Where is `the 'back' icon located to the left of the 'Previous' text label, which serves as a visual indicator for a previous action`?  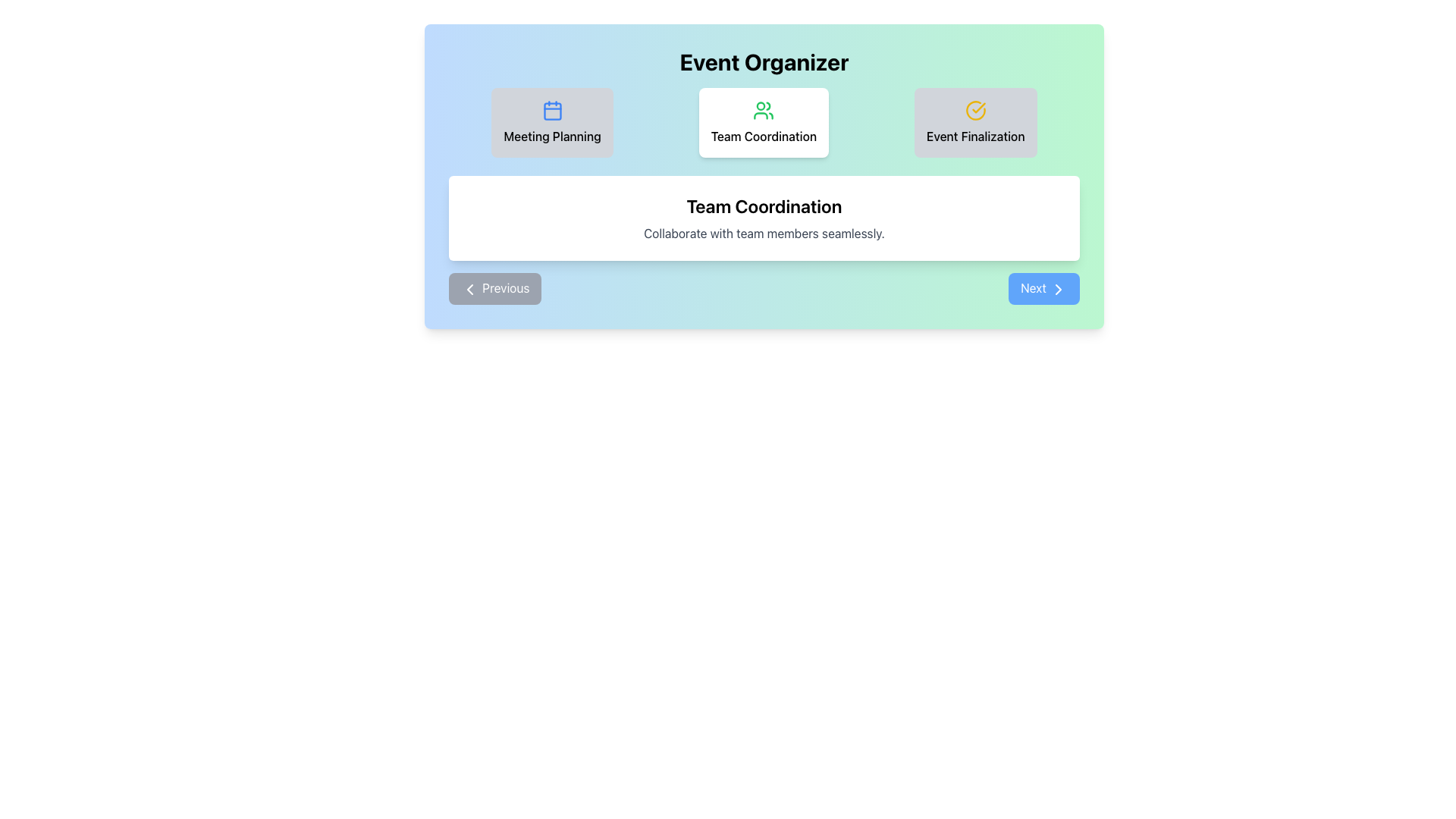 the 'back' icon located to the left of the 'Previous' text label, which serves as a visual indicator for a previous action is located at coordinates (469, 289).